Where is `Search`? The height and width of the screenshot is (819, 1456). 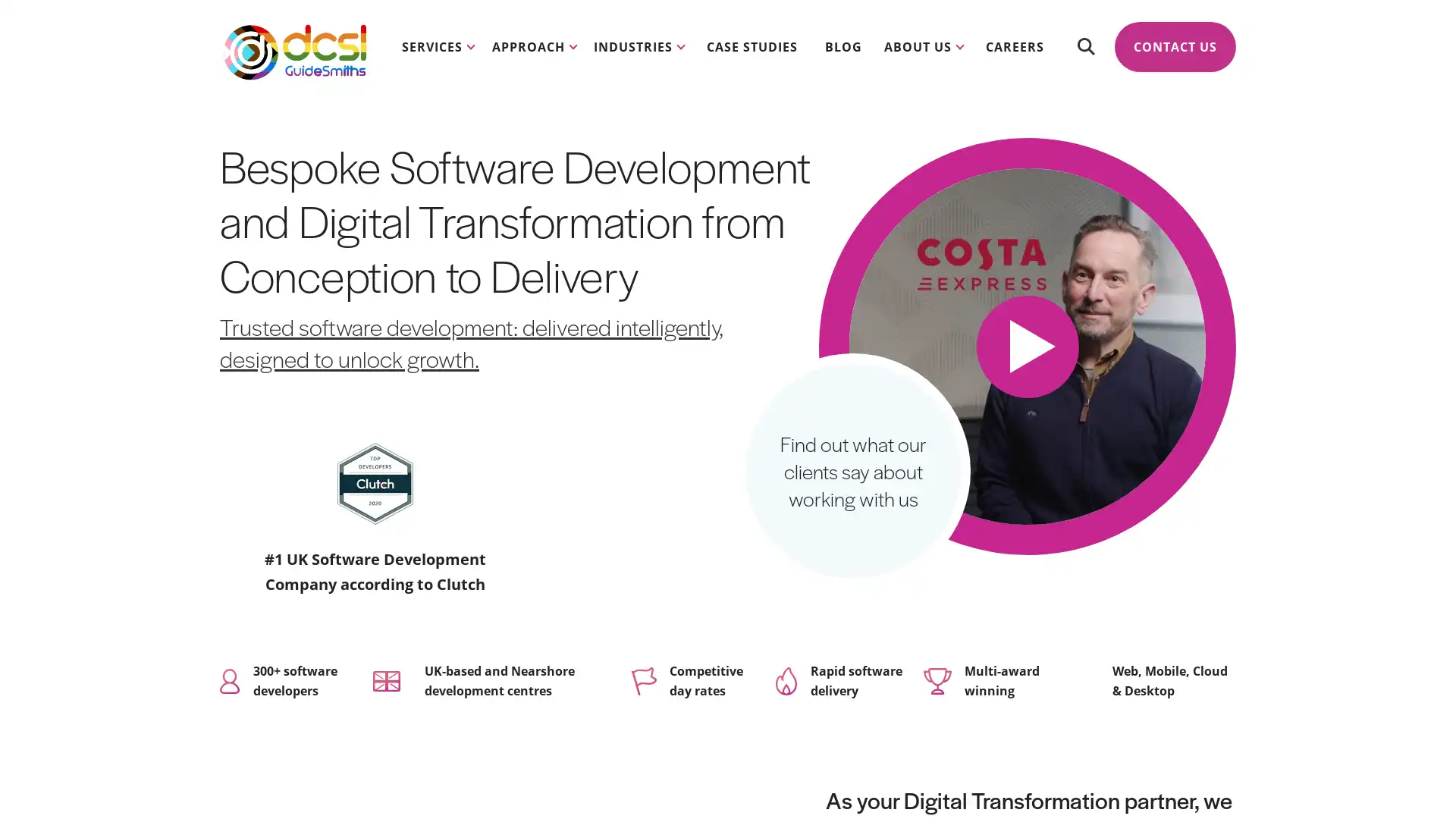
Search is located at coordinates (1084, 45).